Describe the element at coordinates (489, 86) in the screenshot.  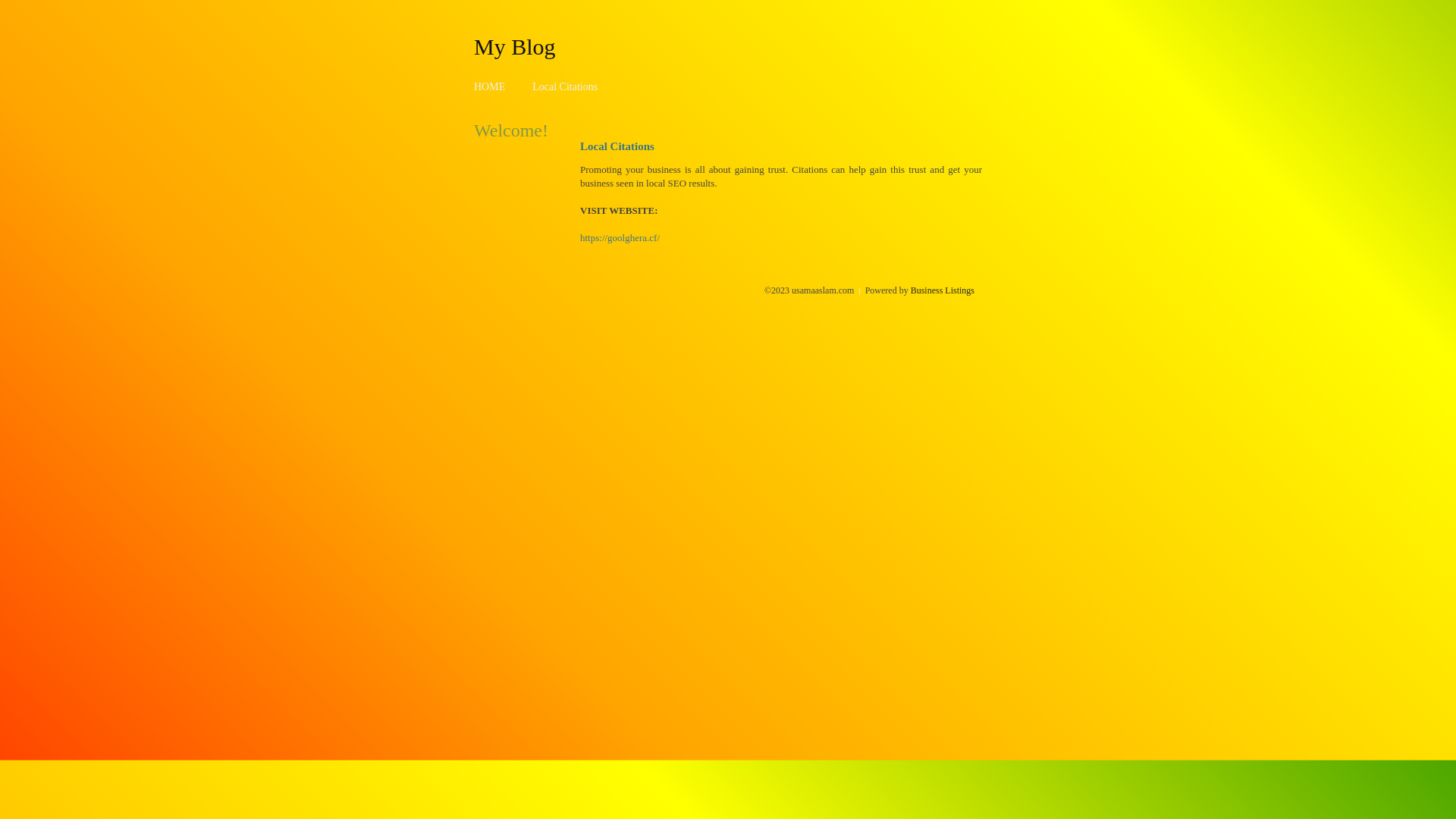
I see `'HOME'` at that location.